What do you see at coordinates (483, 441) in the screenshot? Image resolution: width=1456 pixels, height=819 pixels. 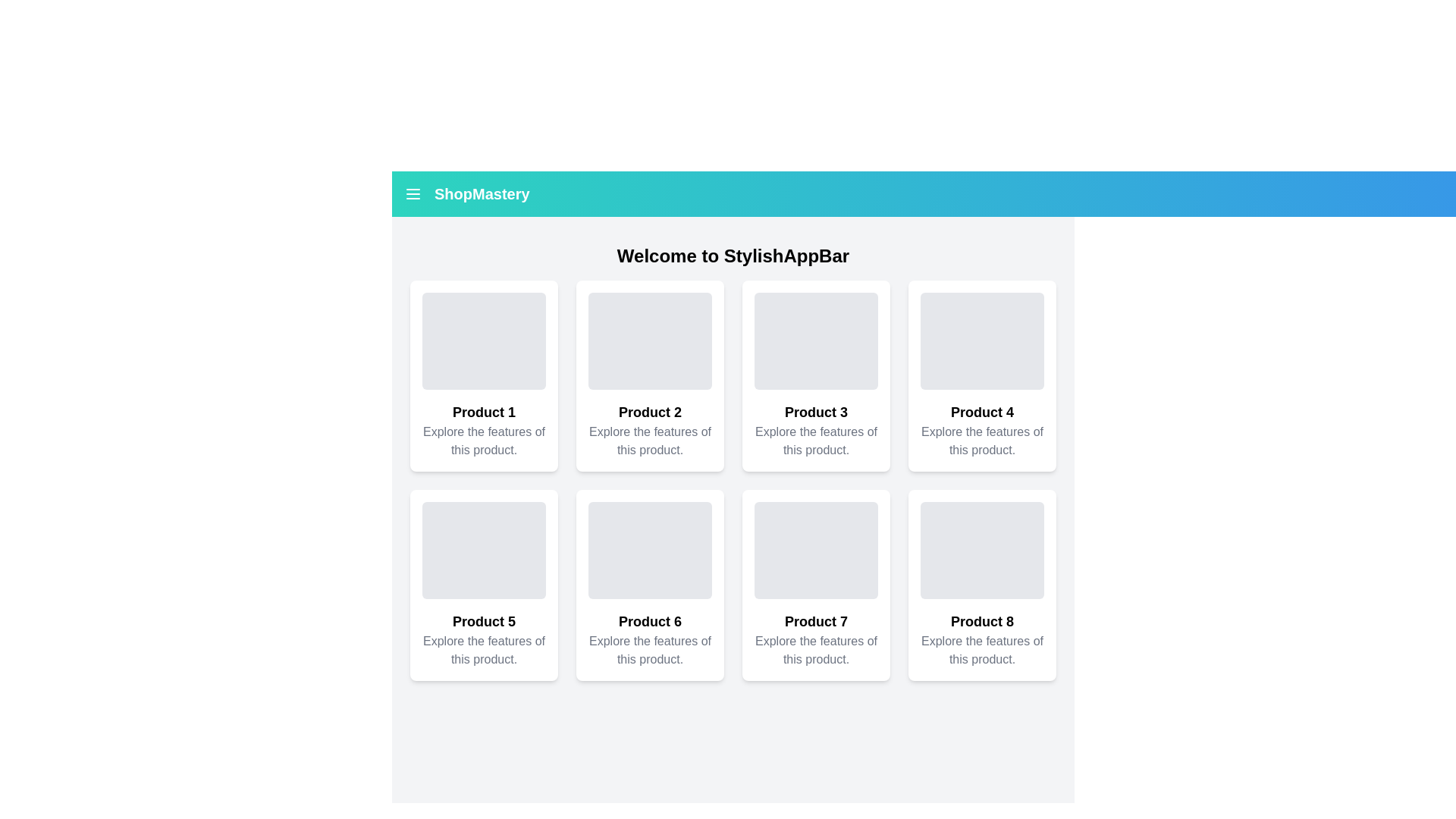 I see `the descriptive label providing additional information about 'Product 1' located in the first card of the grid layout` at bounding box center [483, 441].